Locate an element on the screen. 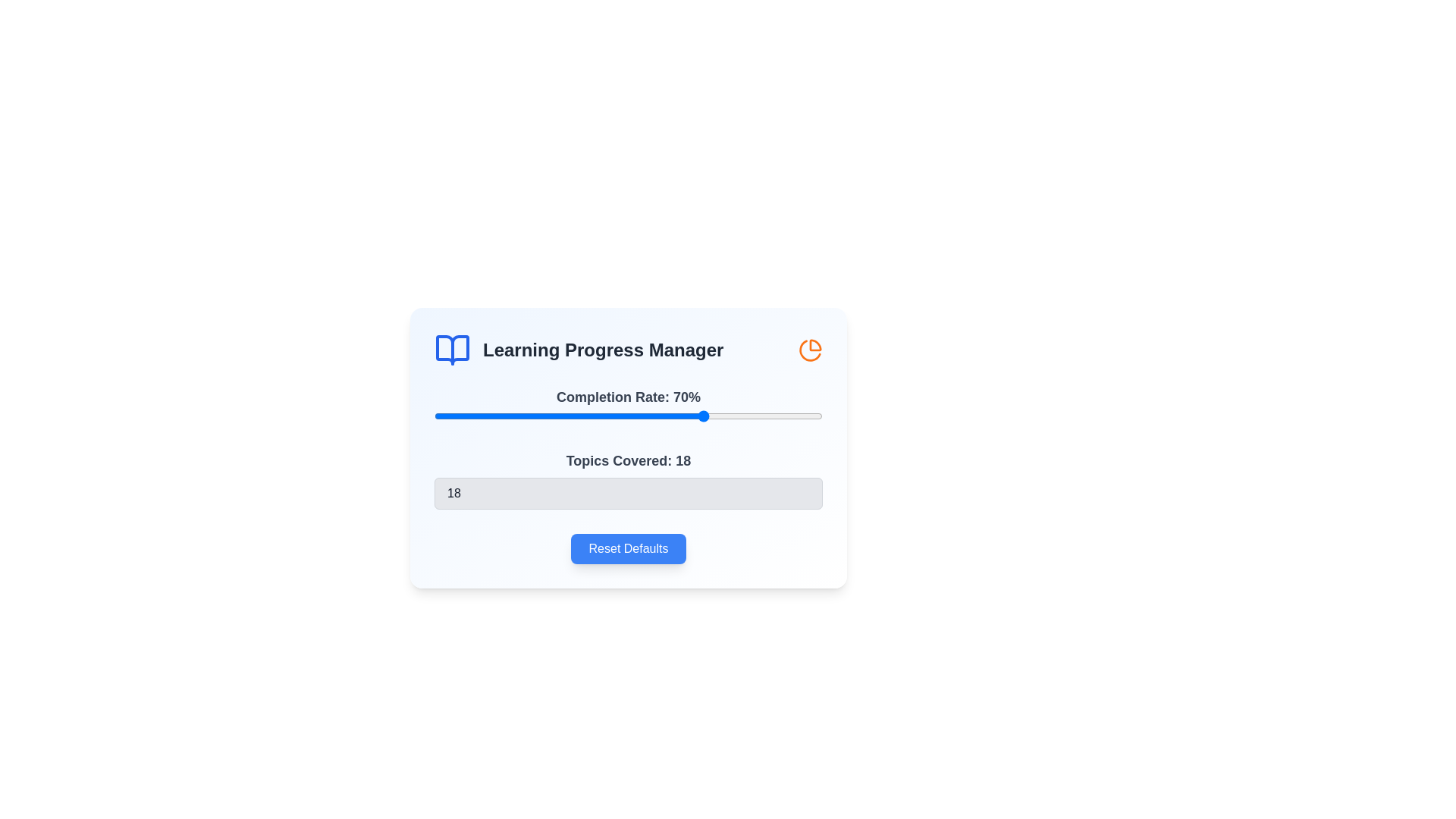 This screenshot has height=819, width=1456. the number of topics covered to 35 by entering the value in the input box is located at coordinates (629, 494).